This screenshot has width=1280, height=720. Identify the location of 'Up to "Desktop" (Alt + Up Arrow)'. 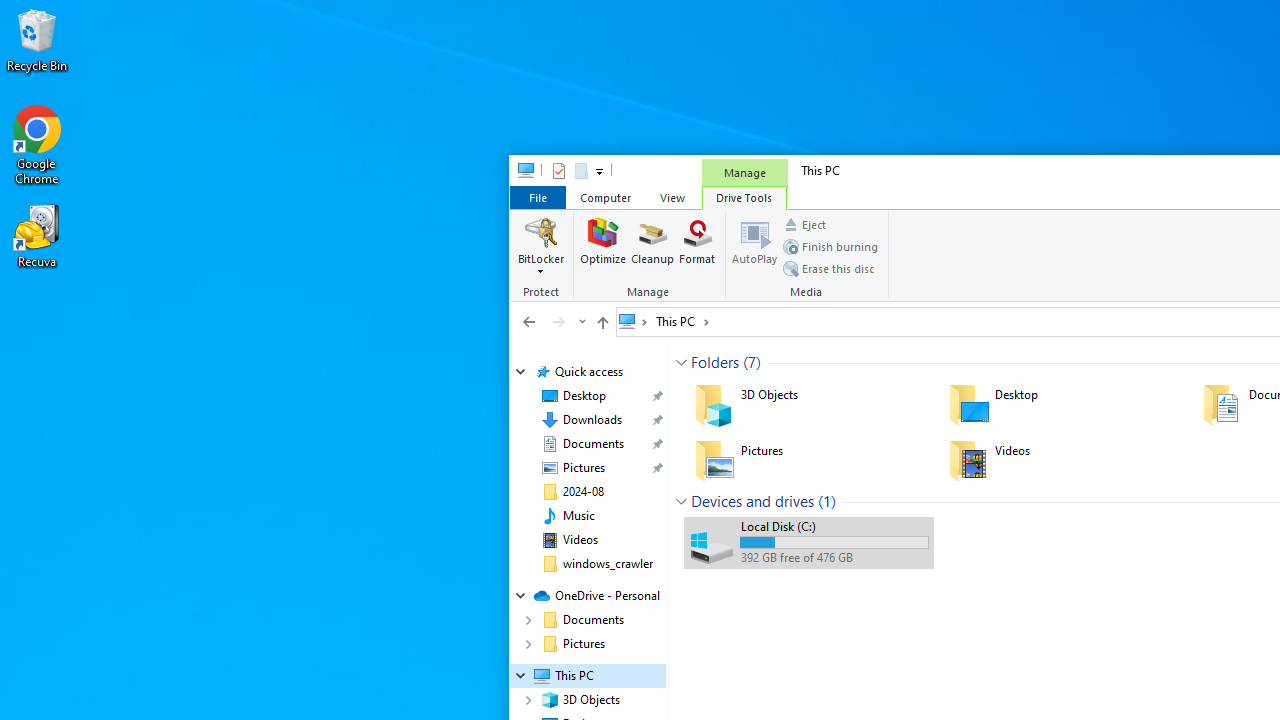
(601, 321).